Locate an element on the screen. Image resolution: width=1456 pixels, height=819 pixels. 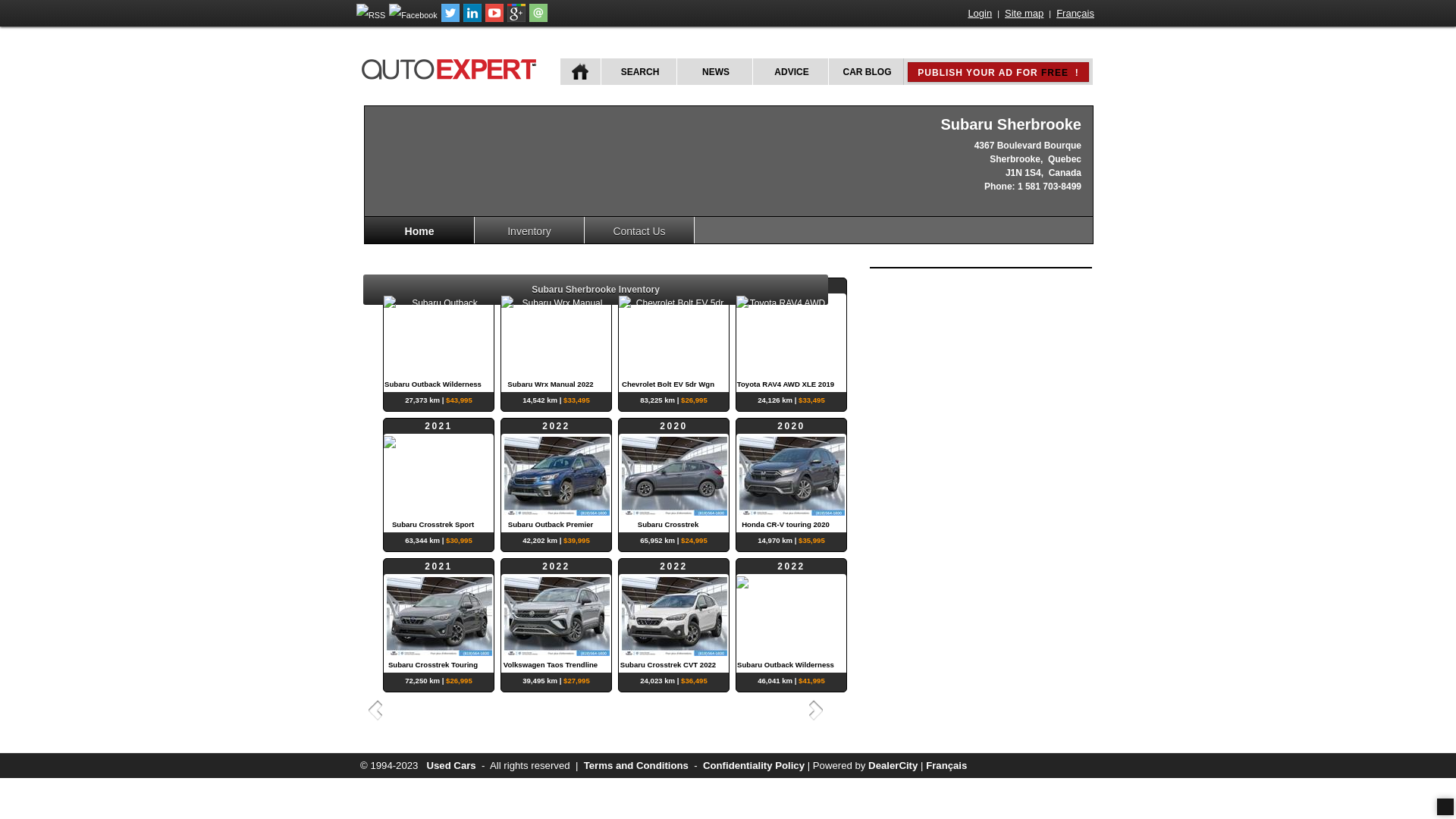
'Terms and Conditions' is located at coordinates (636, 765).